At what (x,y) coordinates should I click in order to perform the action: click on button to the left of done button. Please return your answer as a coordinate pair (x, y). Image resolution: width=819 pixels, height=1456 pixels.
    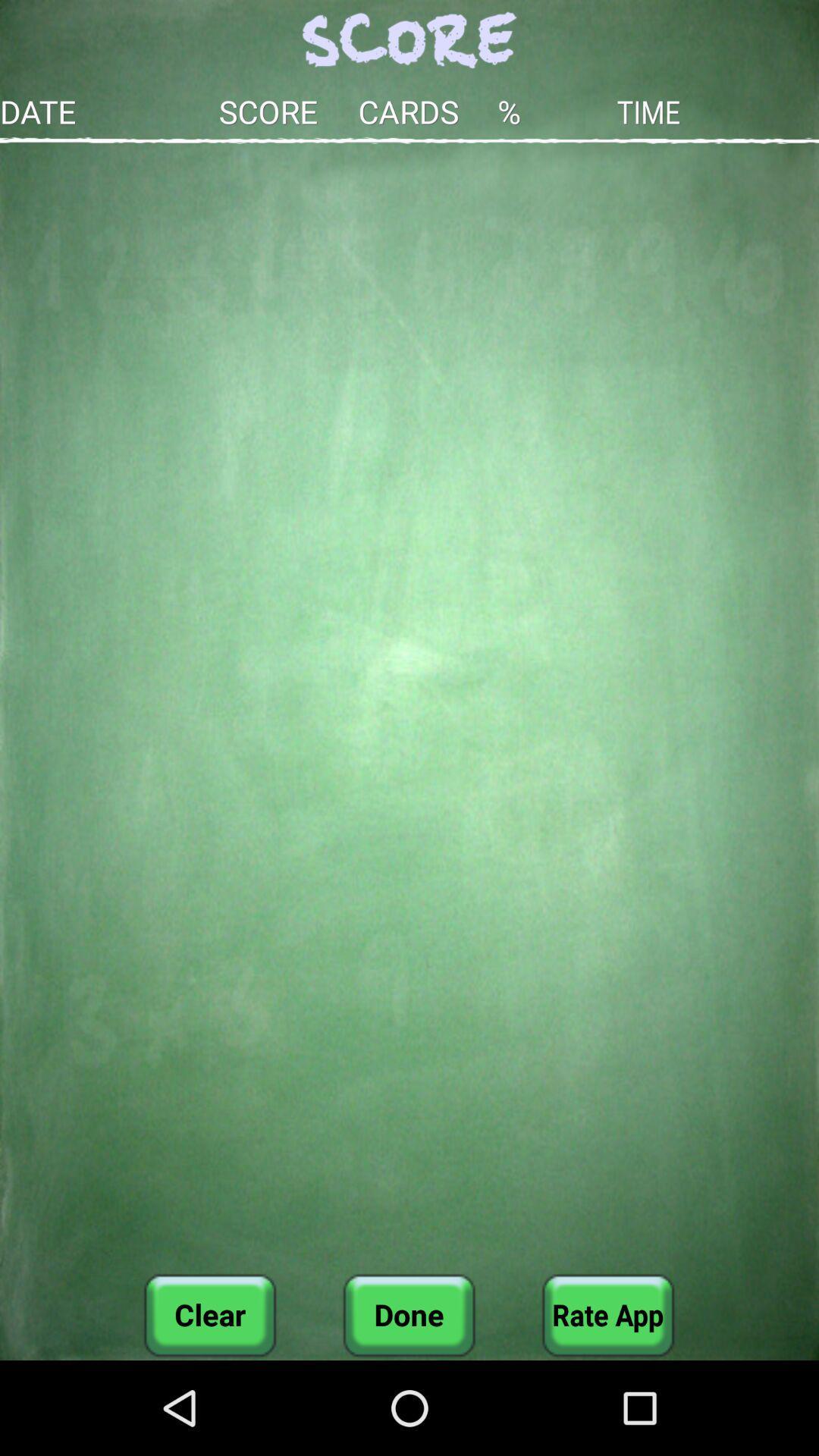
    Looking at the image, I should click on (210, 1314).